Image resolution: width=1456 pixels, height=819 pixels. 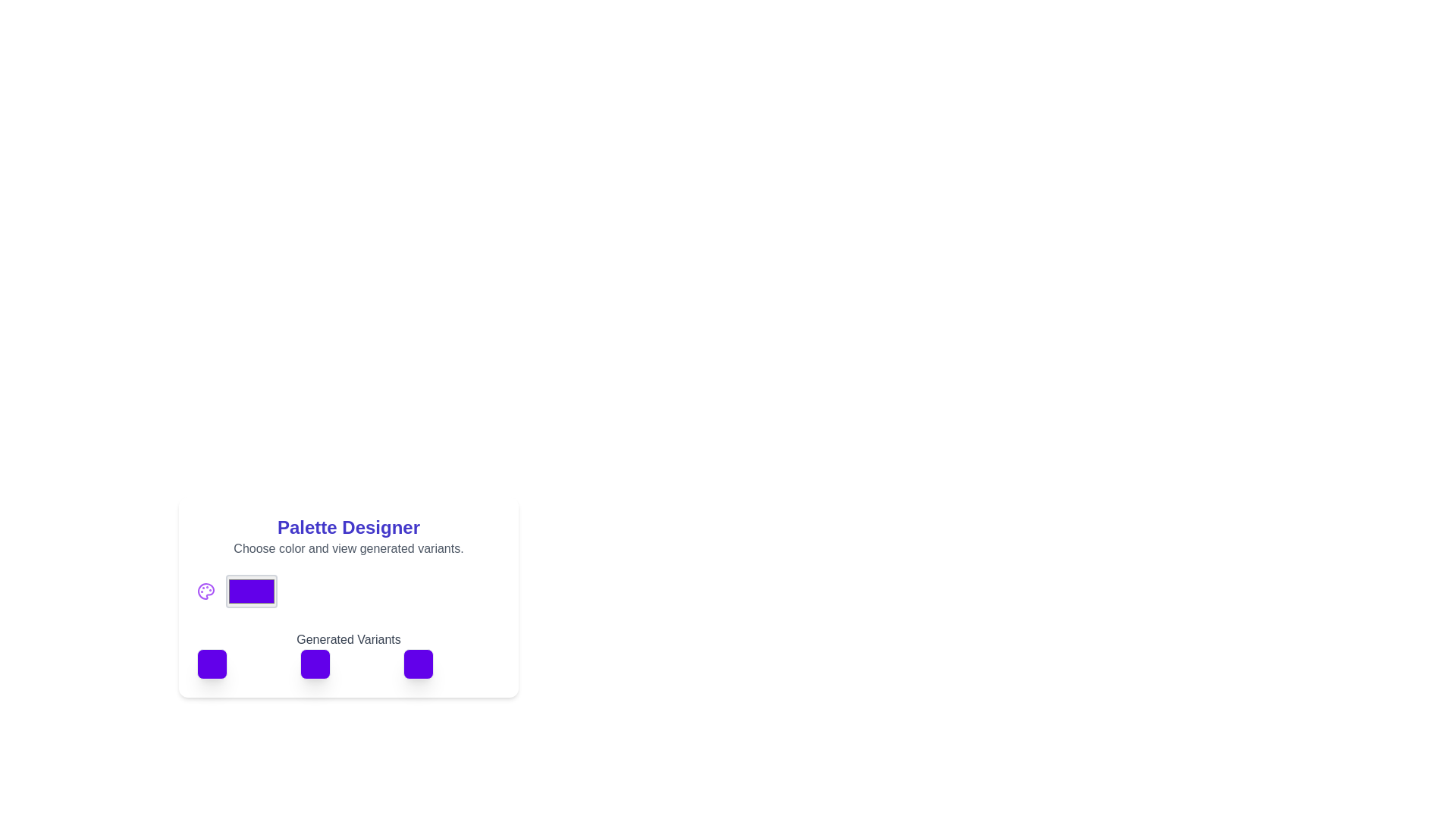 What do you see at coordinates (206, 590) in the screenshot?
I see `the purple painter's palette icon located in the top-left of the 'flex items-center space-x-4' group, adjacent to a rectangular color input box` at bounding box center [206, 590].